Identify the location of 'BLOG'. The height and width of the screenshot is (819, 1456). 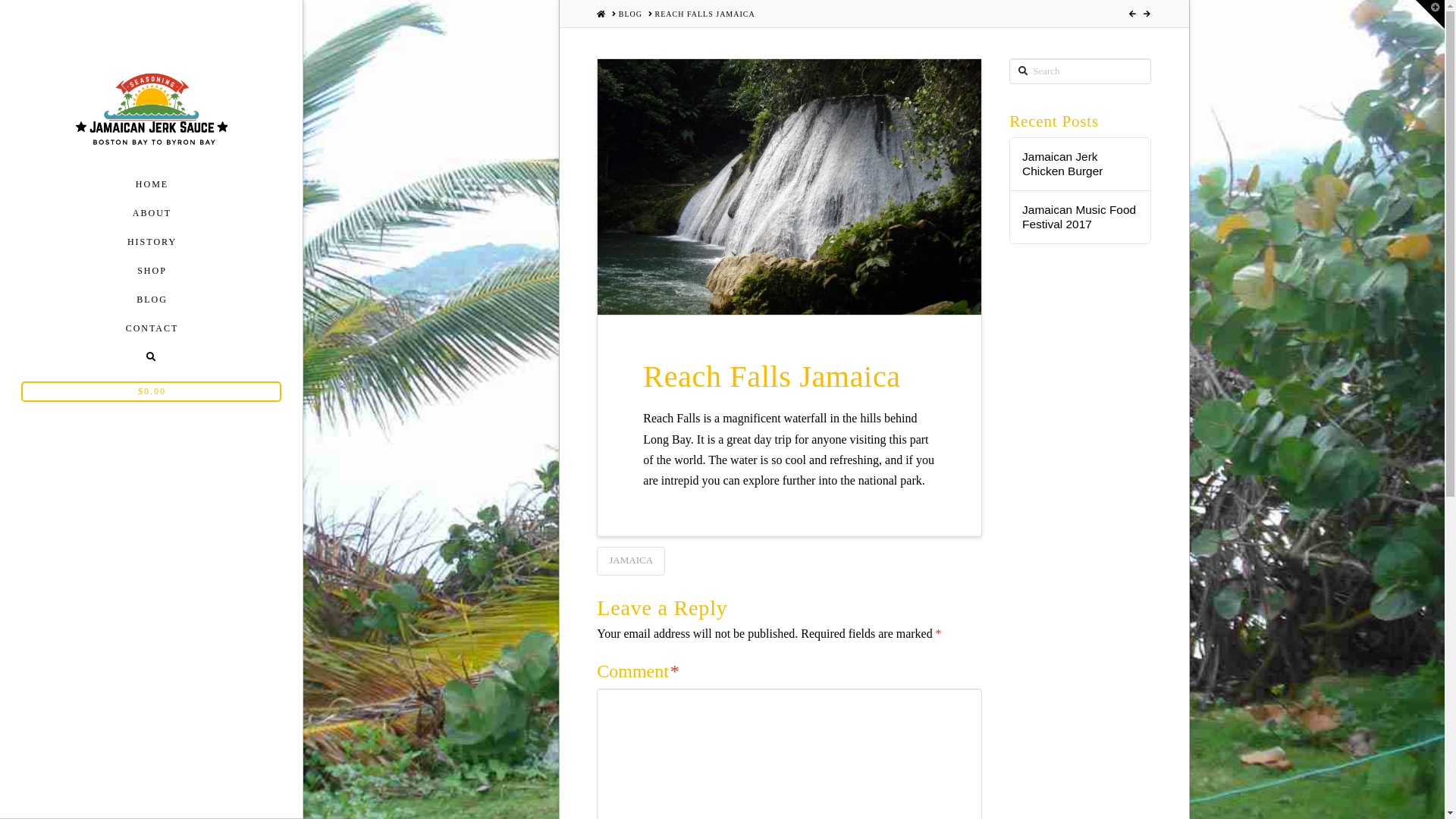
(630, 14).